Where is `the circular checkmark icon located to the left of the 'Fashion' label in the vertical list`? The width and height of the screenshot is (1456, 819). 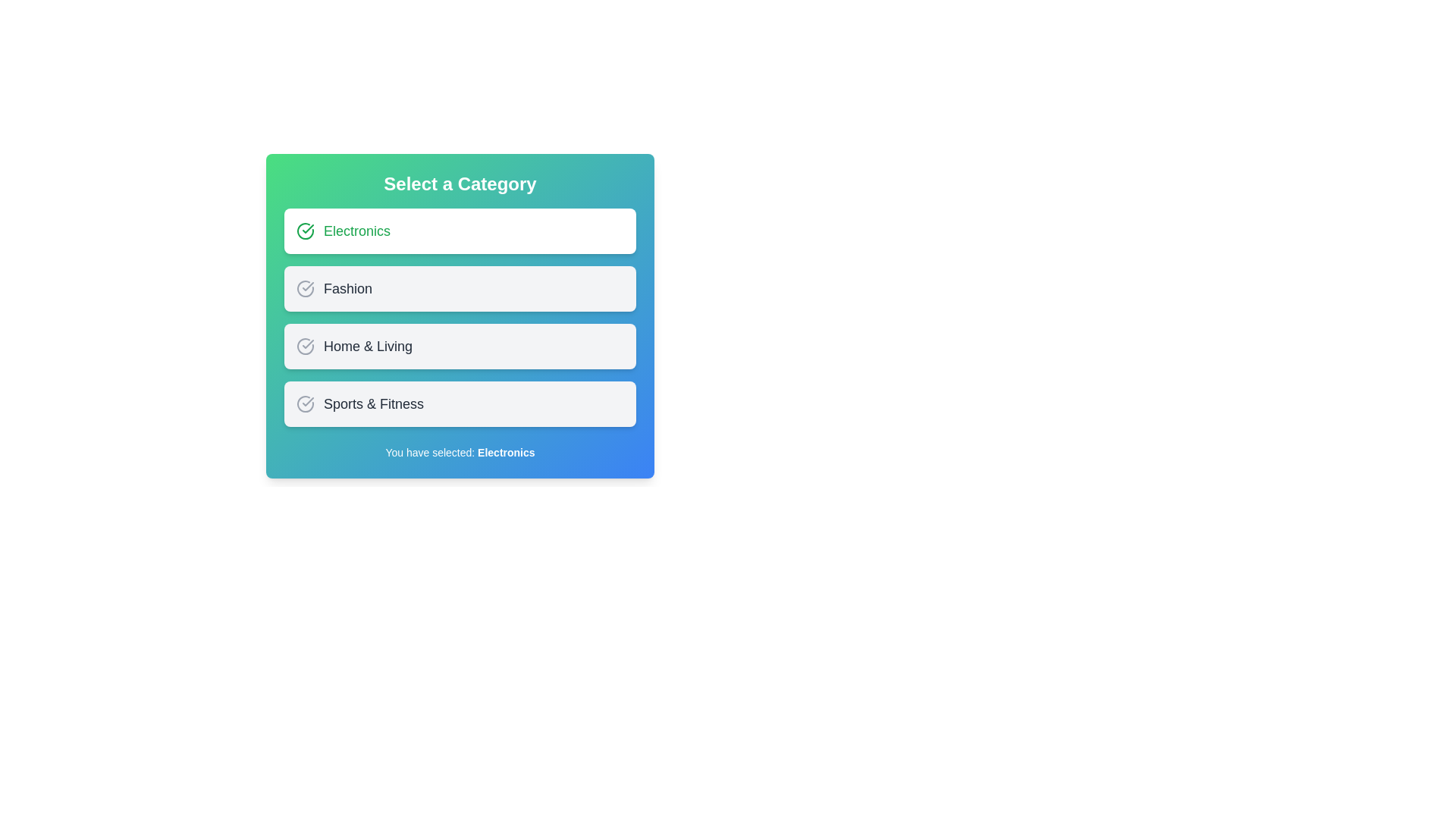 the circular checkmark icon located to the left of the 'Fashion' label in the vertical list is located at coordinates (305, 289).